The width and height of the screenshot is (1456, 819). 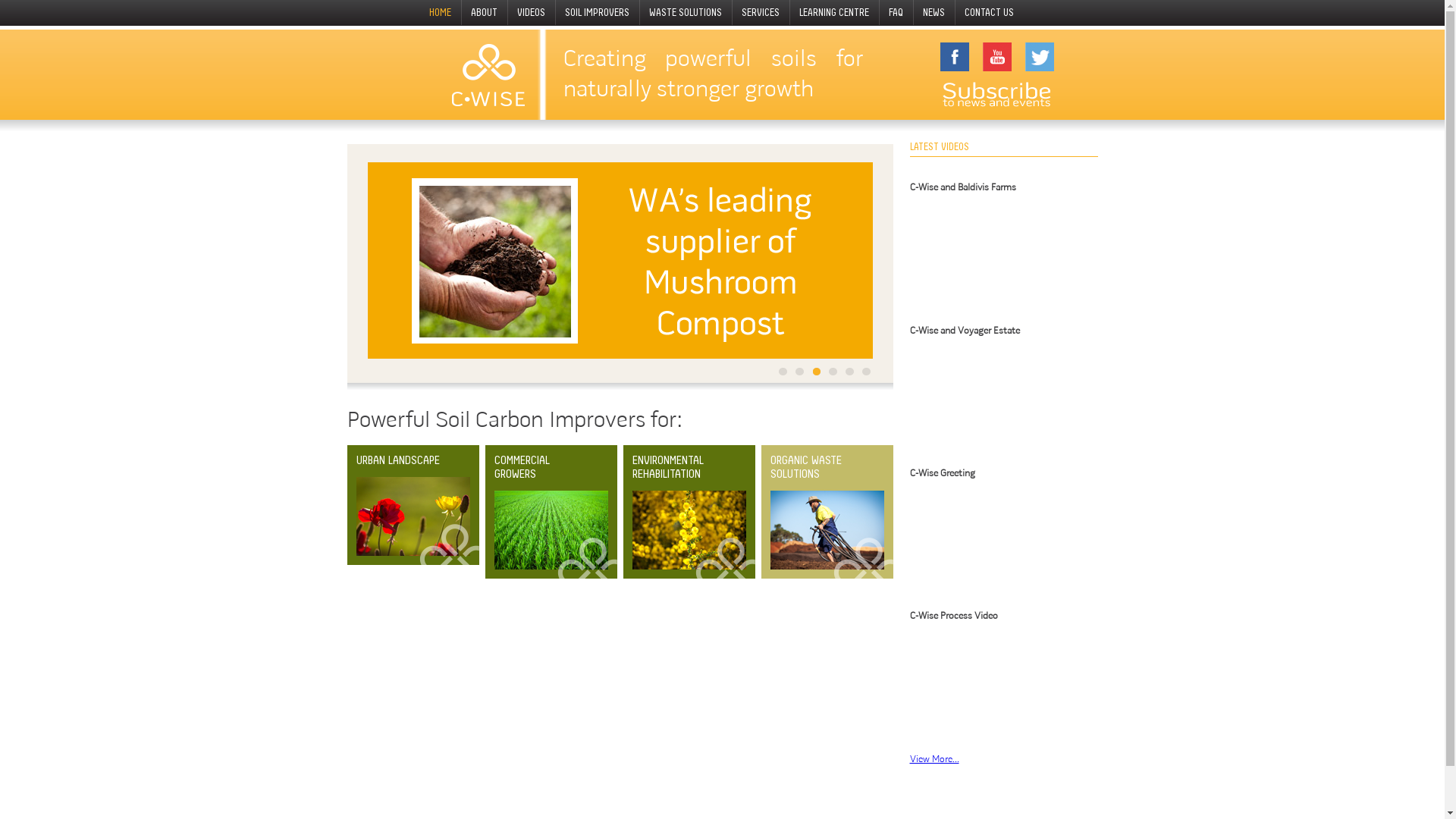 What do you see at coordinates (896, 12) in the screenshot?
I see `'FAQ'` at bounding box center [896, 12].